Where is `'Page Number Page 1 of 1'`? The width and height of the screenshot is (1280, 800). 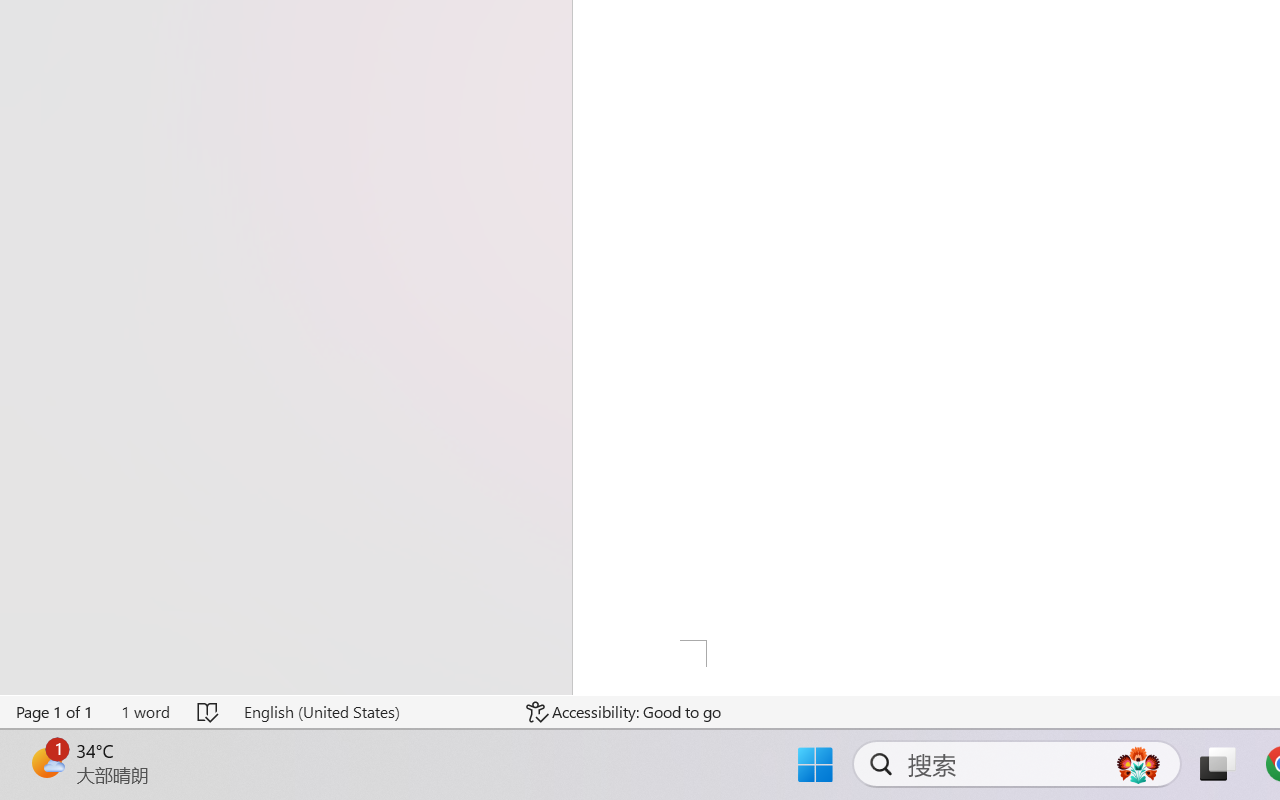
'Page Number Page 1 of 1' is located at coordinates (55, 711).